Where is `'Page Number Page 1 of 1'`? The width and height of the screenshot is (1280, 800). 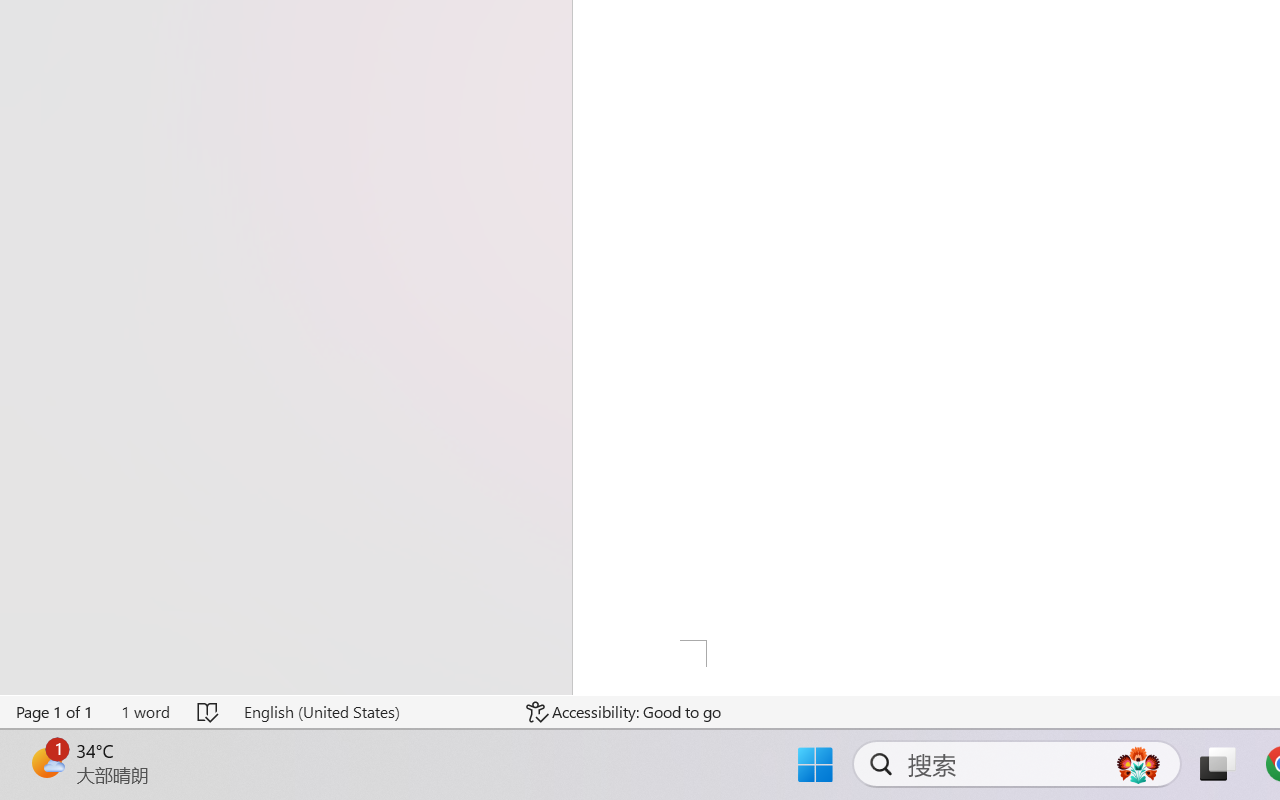
'Page Number Page 1 of 1' is located at coordinates (55, 711).